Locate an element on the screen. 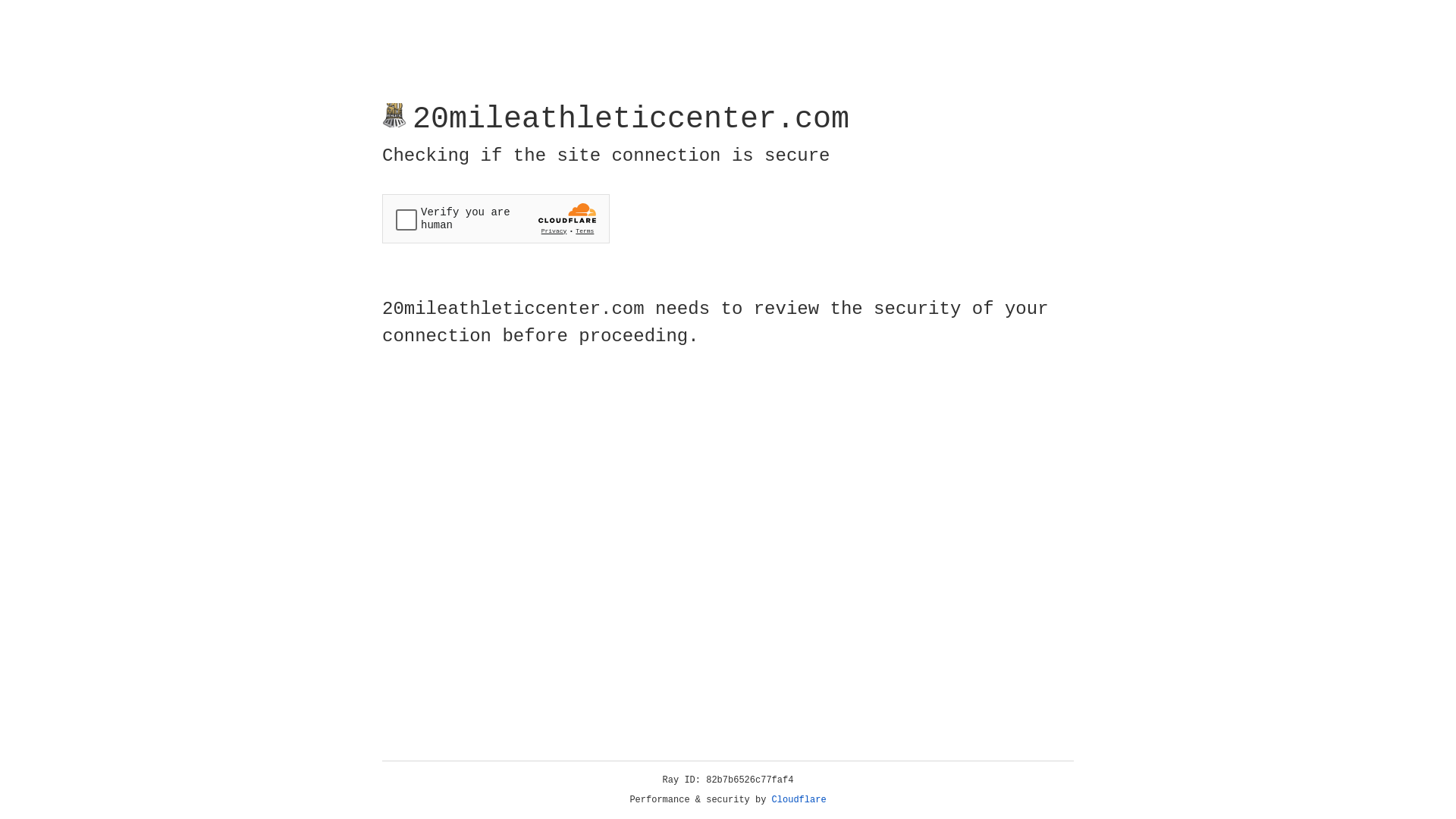  'Widget containing a Cloudflare security challenge' is located at coordinates (495, 218).